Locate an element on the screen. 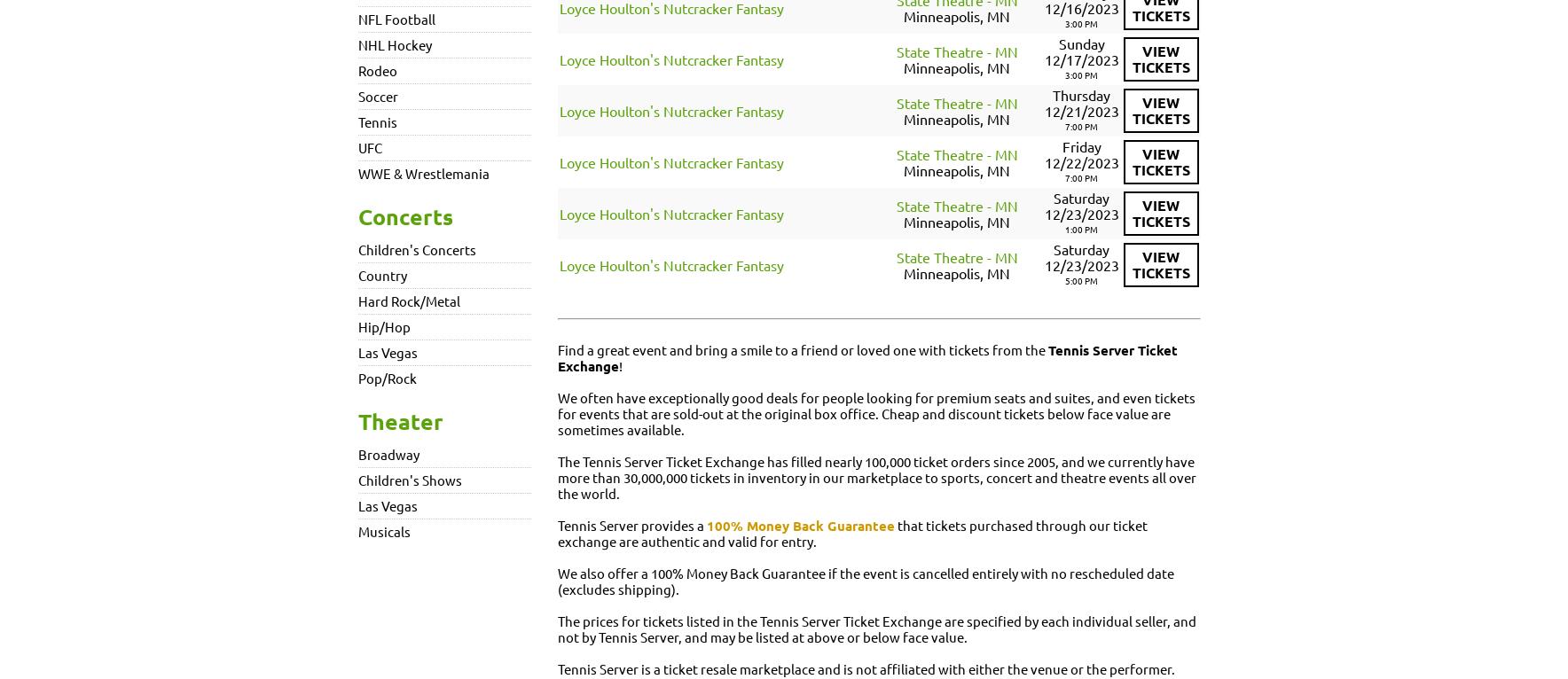 The image size is (1568, 679). 'Tennis Server Ticket Exchange' is located at coordinates (866, 356).